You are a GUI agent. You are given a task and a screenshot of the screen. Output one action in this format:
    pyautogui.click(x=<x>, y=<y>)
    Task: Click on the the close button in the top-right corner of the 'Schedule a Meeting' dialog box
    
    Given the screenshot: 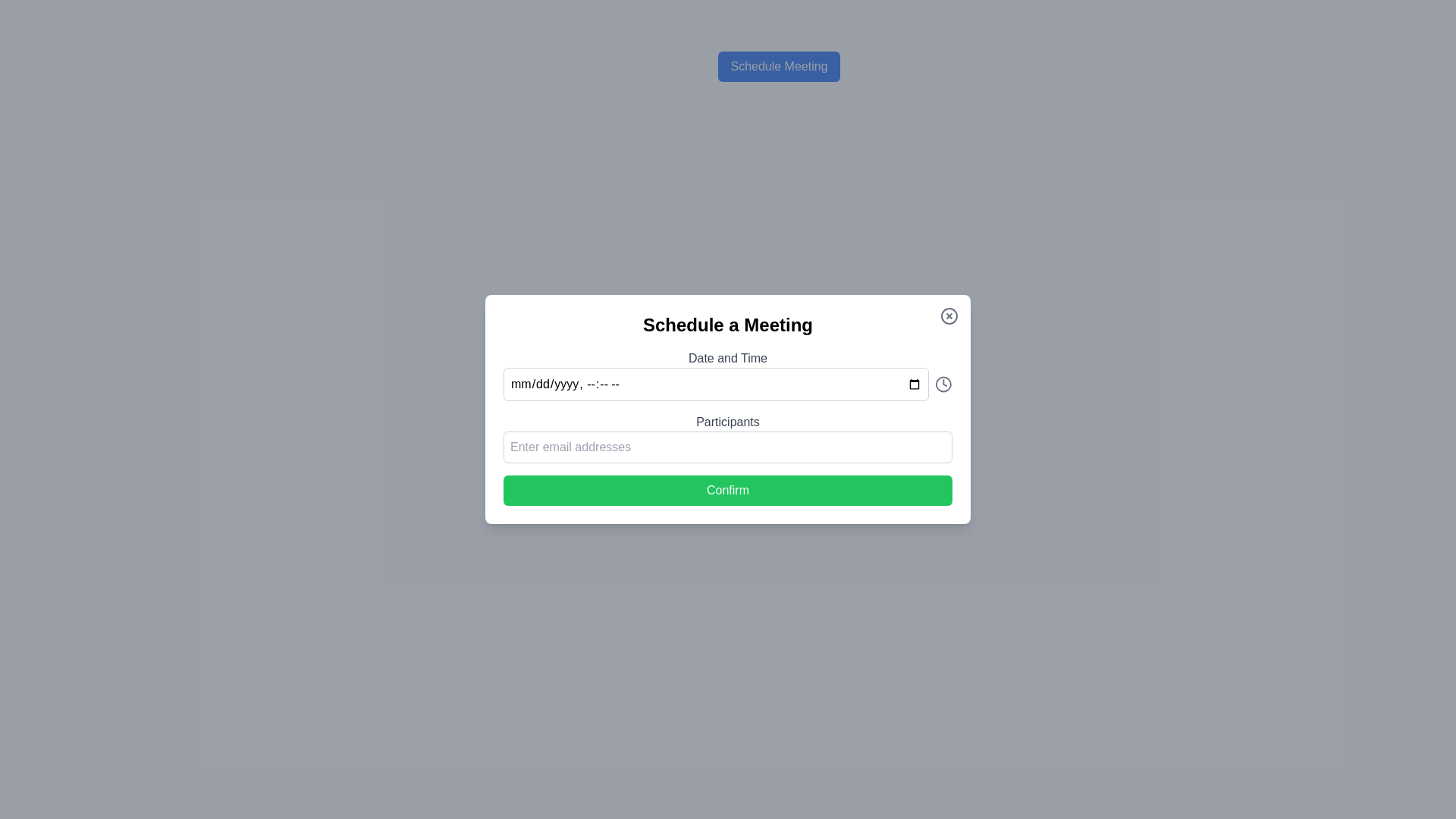 What is the action you would take?
    pyautogui.click(x=949, y=315)
    